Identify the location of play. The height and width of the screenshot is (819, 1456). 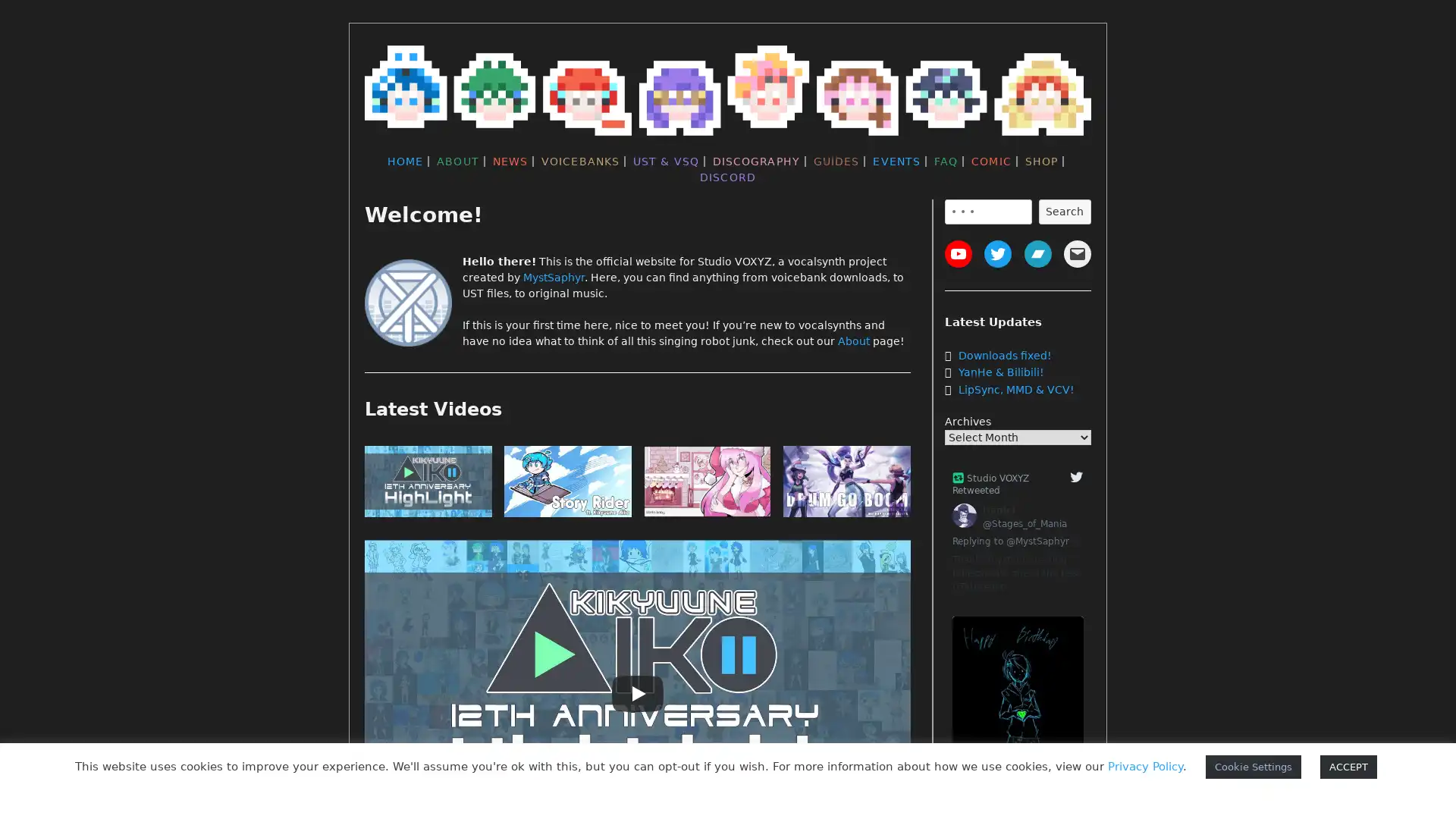
(566, 485).